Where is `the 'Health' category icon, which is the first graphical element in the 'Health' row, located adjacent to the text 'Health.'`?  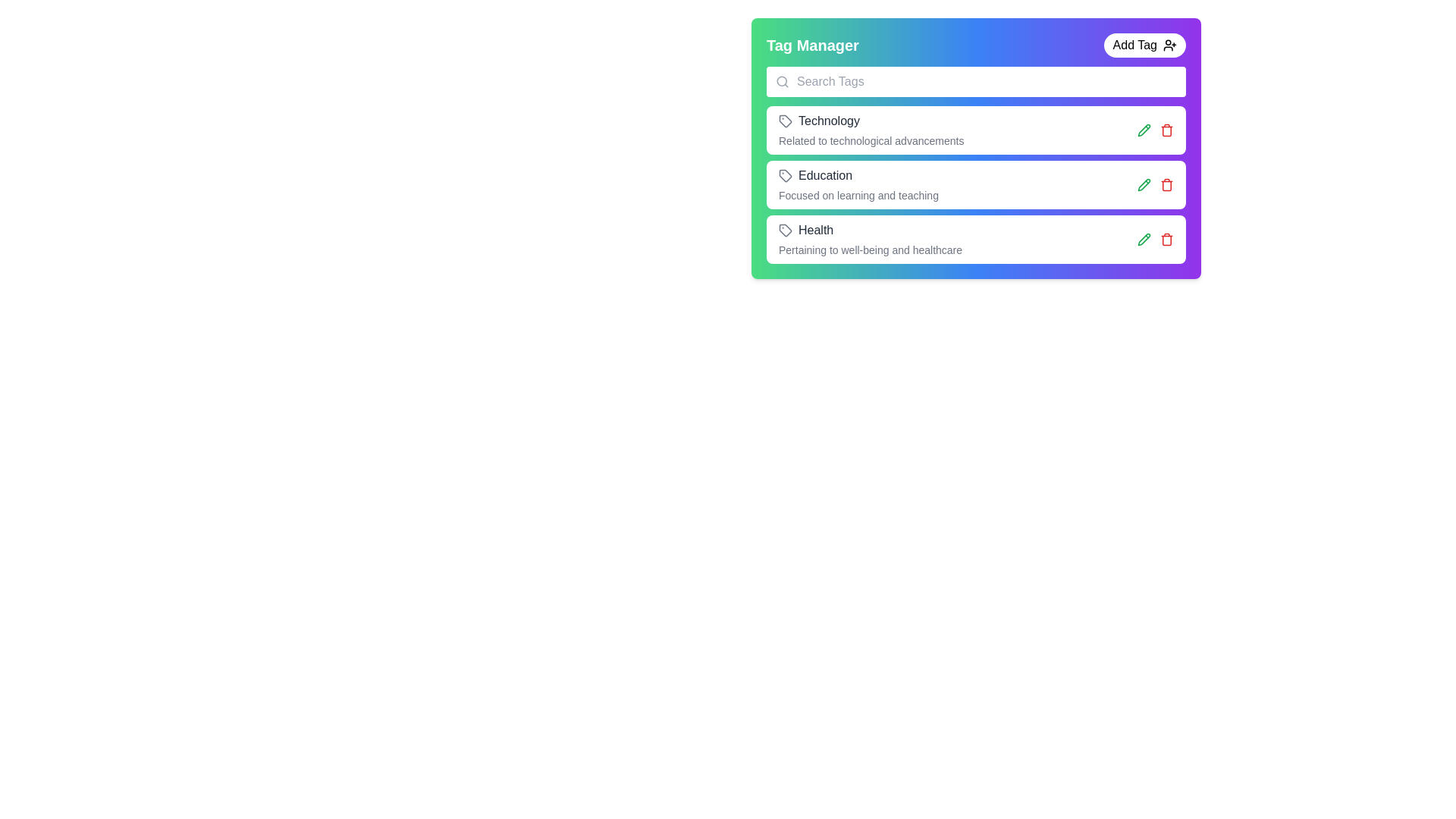 the 'Health' category icon, which is the first graphical element in the 'Health' row, located adjacent to the text 'Health.' is located at coordinates (786, 231).